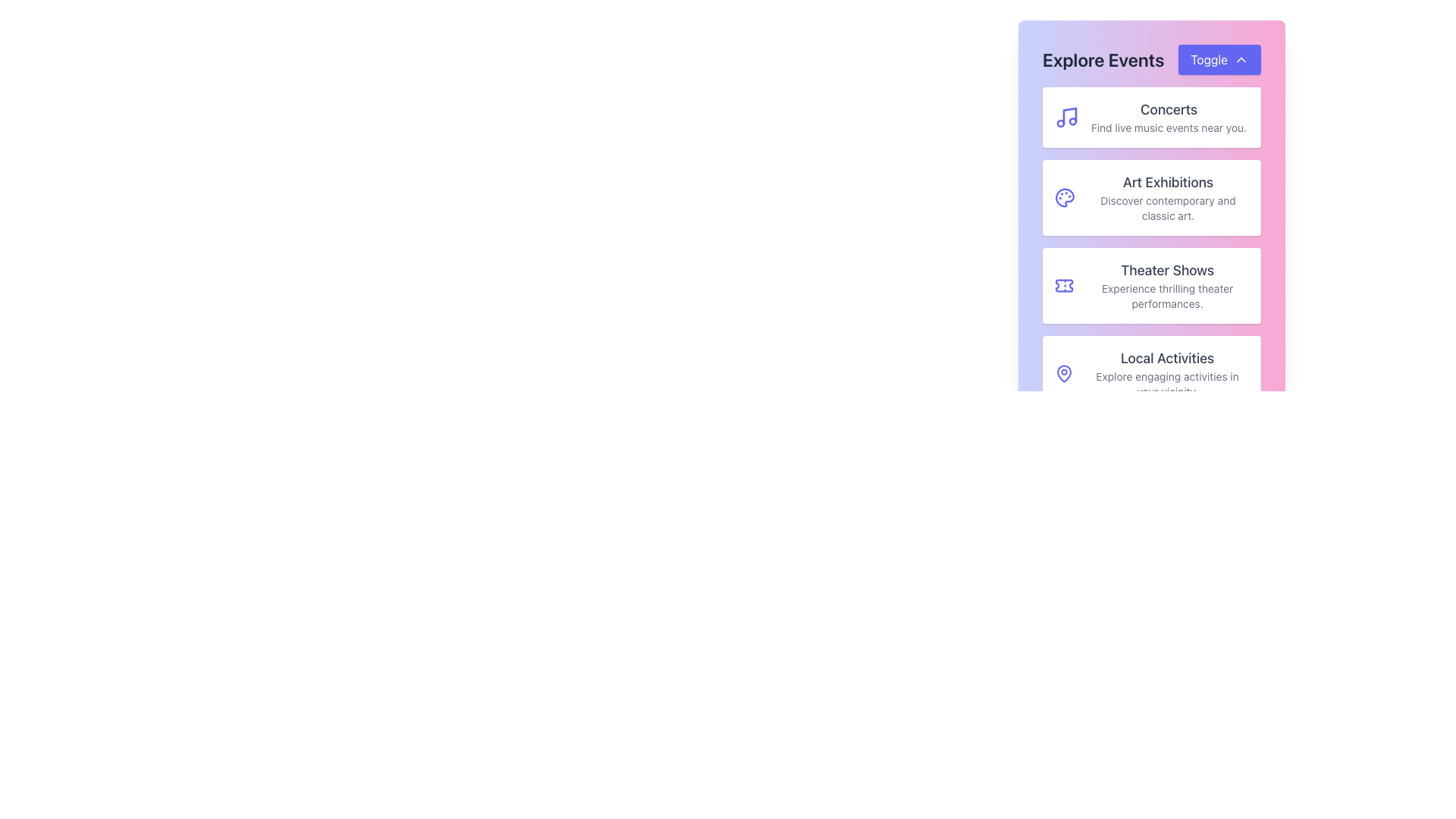  What do you see at coordinates (1166, 286) in the screenshot?
I see `the third menu option under 'Explore Events' labeled as 'Theater Shows'` at bounding box center [1166, 286].